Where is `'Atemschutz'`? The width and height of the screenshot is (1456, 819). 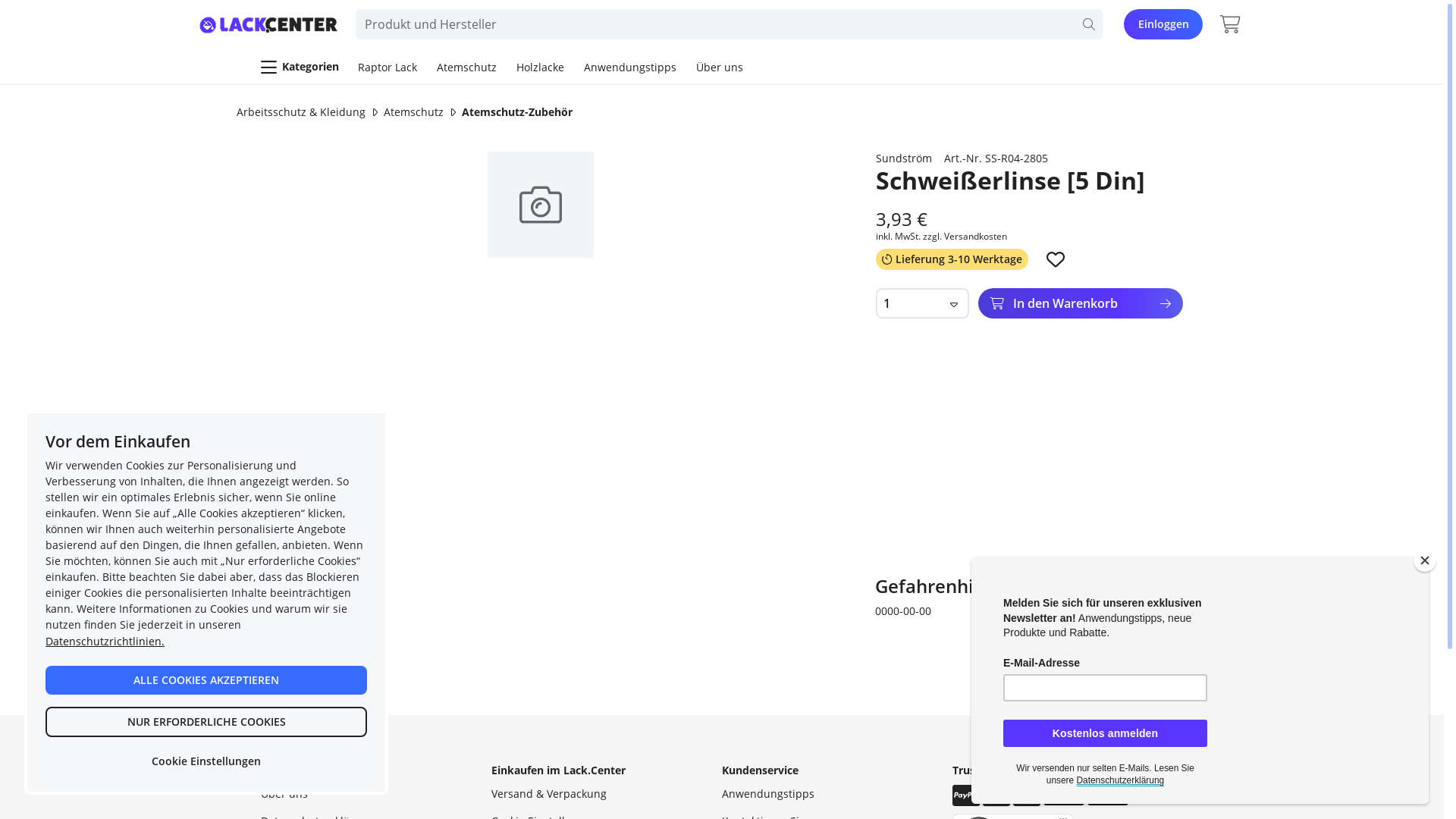 'Atemschutz' is located at coordinates (383, 111).